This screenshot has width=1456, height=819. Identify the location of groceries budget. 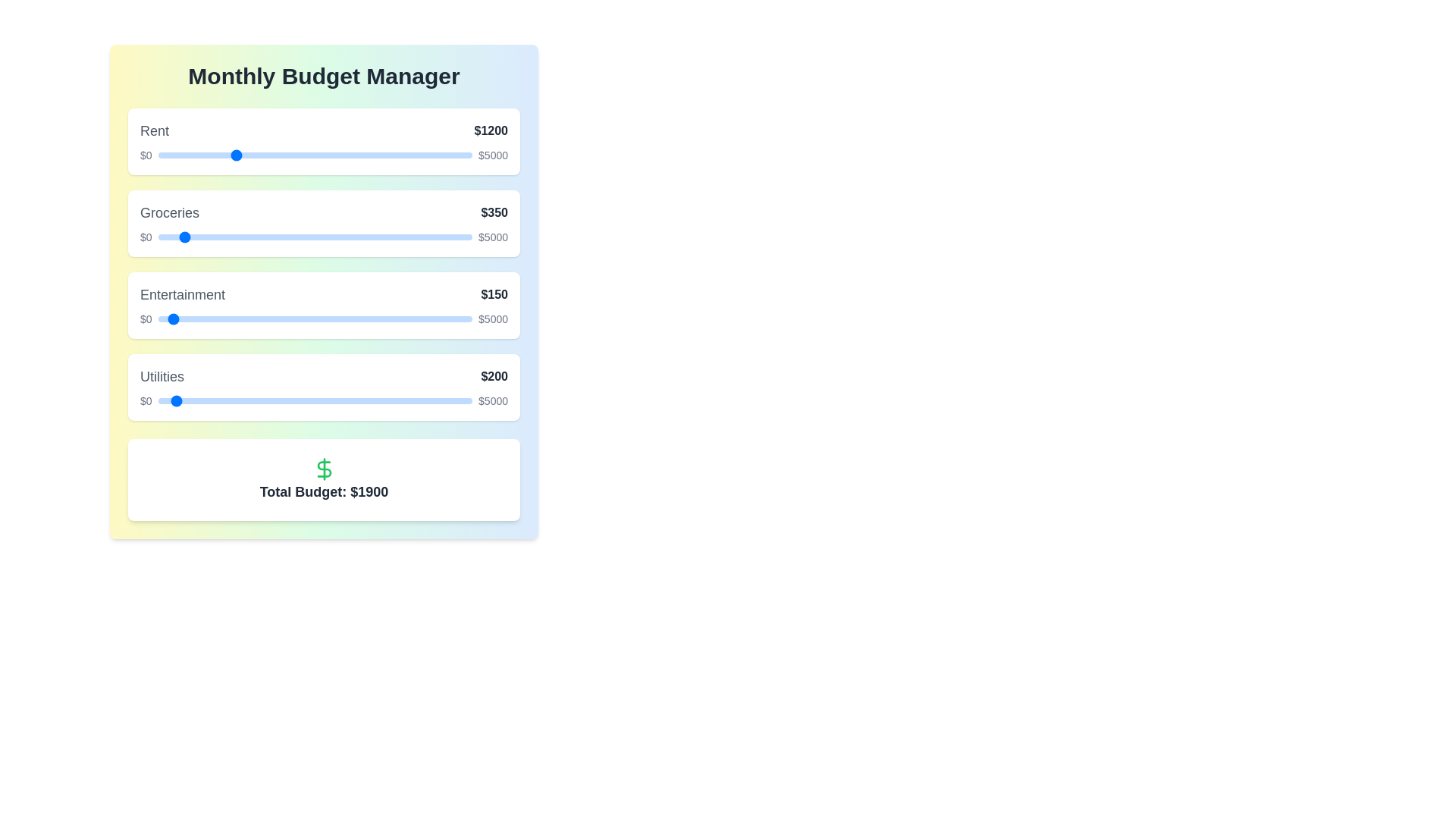
(190, 237).